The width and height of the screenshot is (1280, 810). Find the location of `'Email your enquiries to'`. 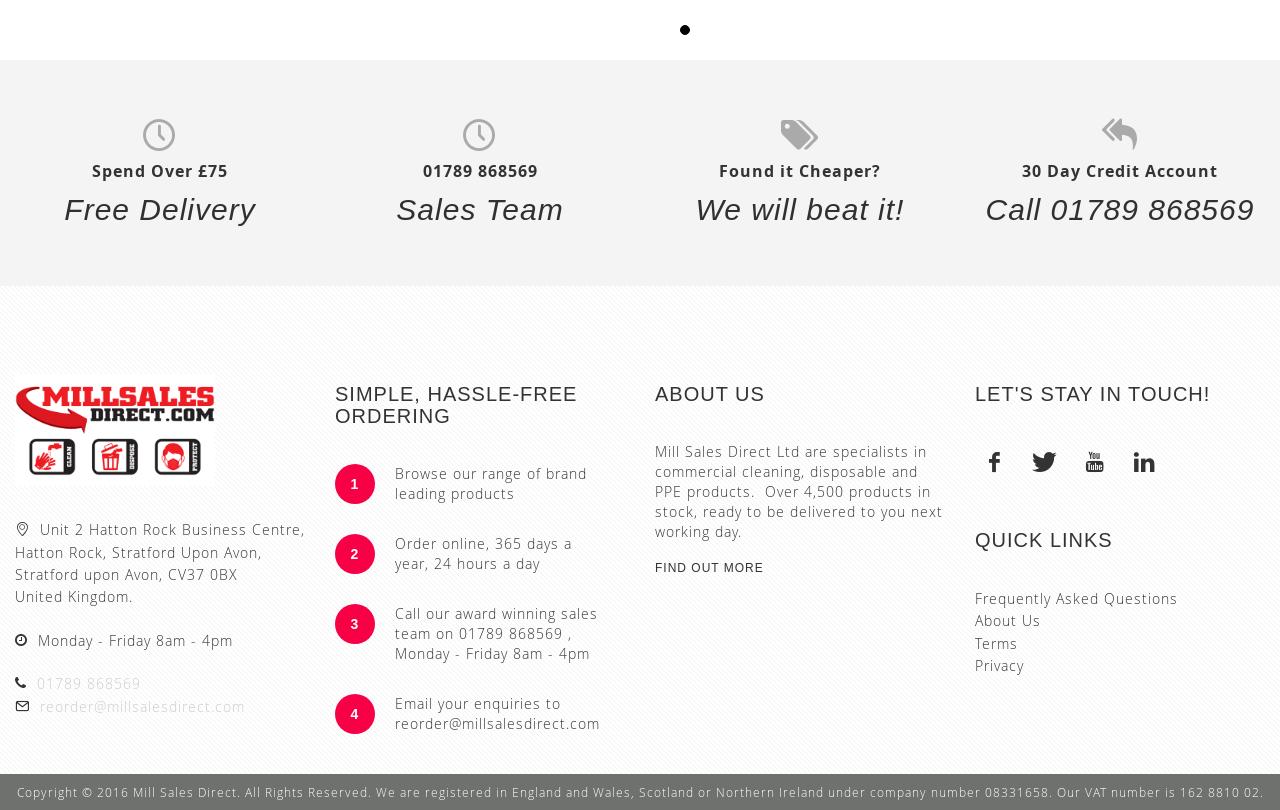

'Email your enquiries to' is located at coordinates (476, 702).